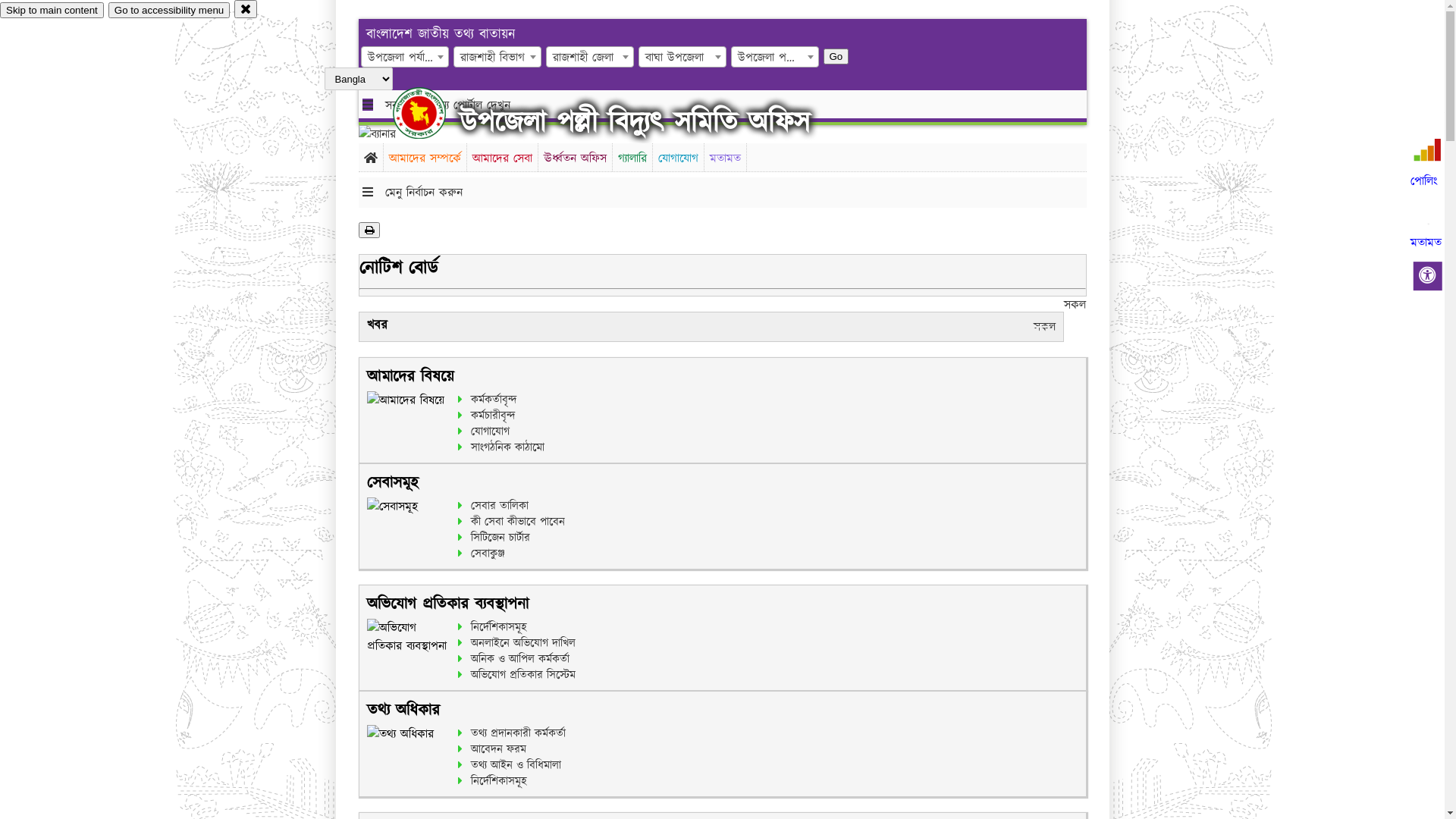 The height and width of the screenshot is (819, 1456). Describe the element at coordinates (431, 112) in the screenshot. I see `'` at that location.